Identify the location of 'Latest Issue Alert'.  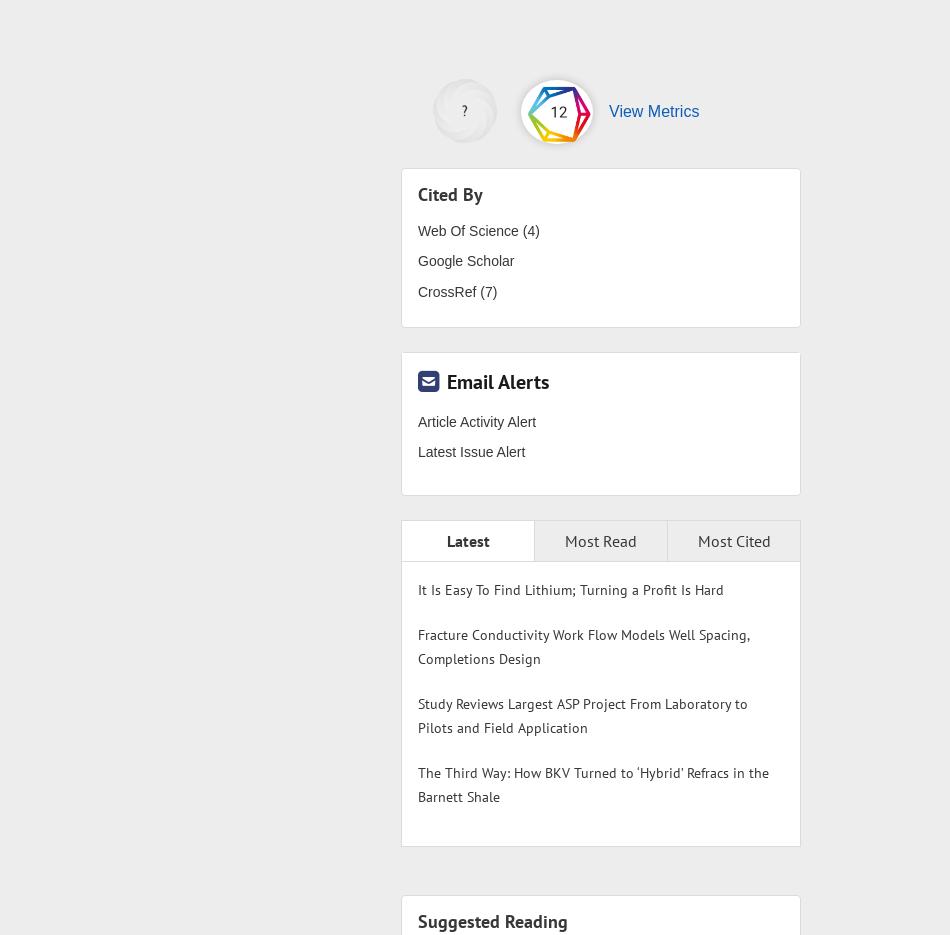
(470, 450).